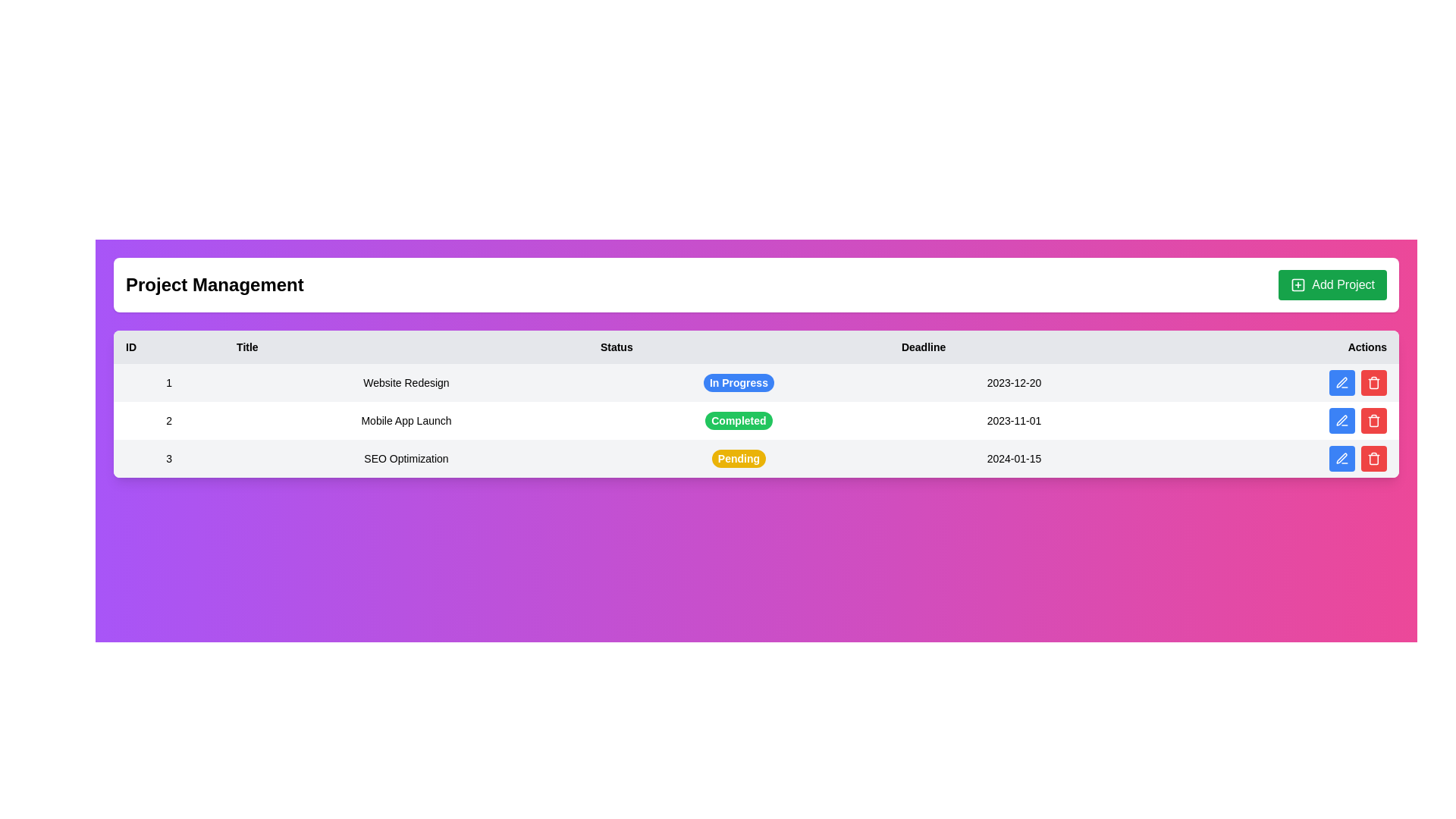 Image resolution: width=1456 pixels, height=819 pixels. Describe the element at coordinates (1342, 382) in the screenshot. I see `the edit button located in the rightmost column of the first row under the 'Actions' header in the table` at that location.